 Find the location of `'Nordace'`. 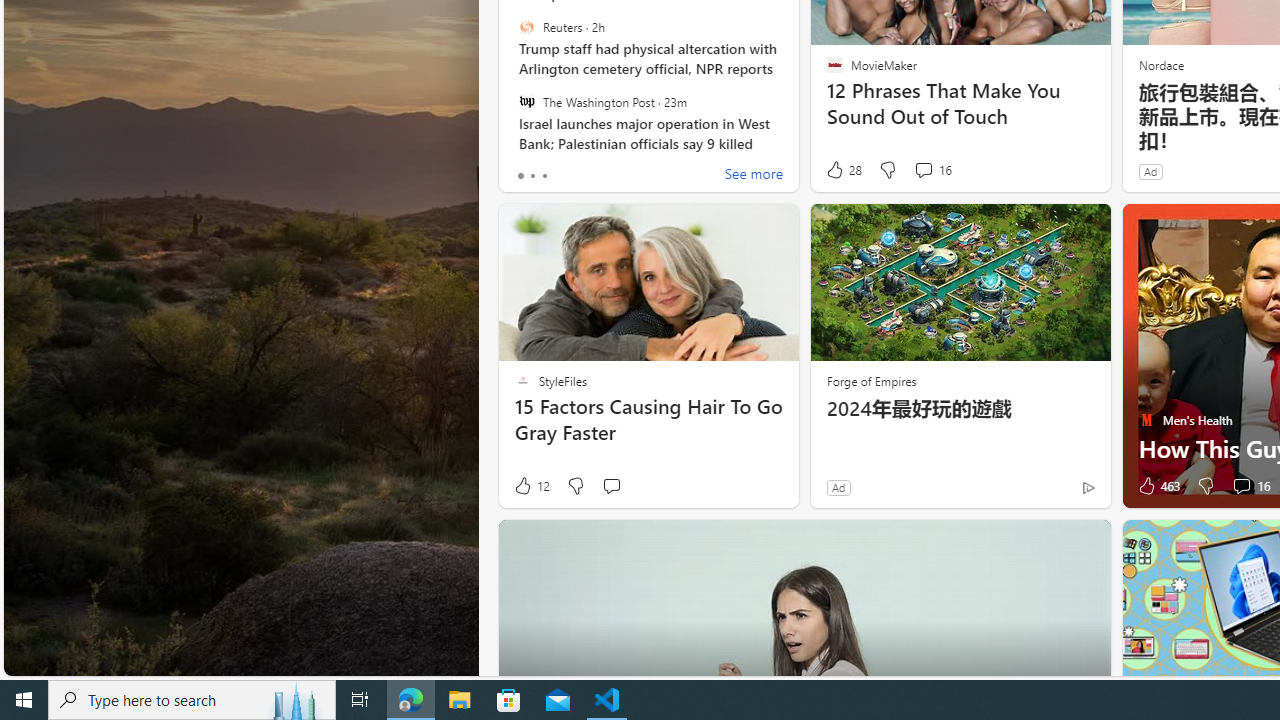

'Nordace' is located at coordinates (1160, 63).